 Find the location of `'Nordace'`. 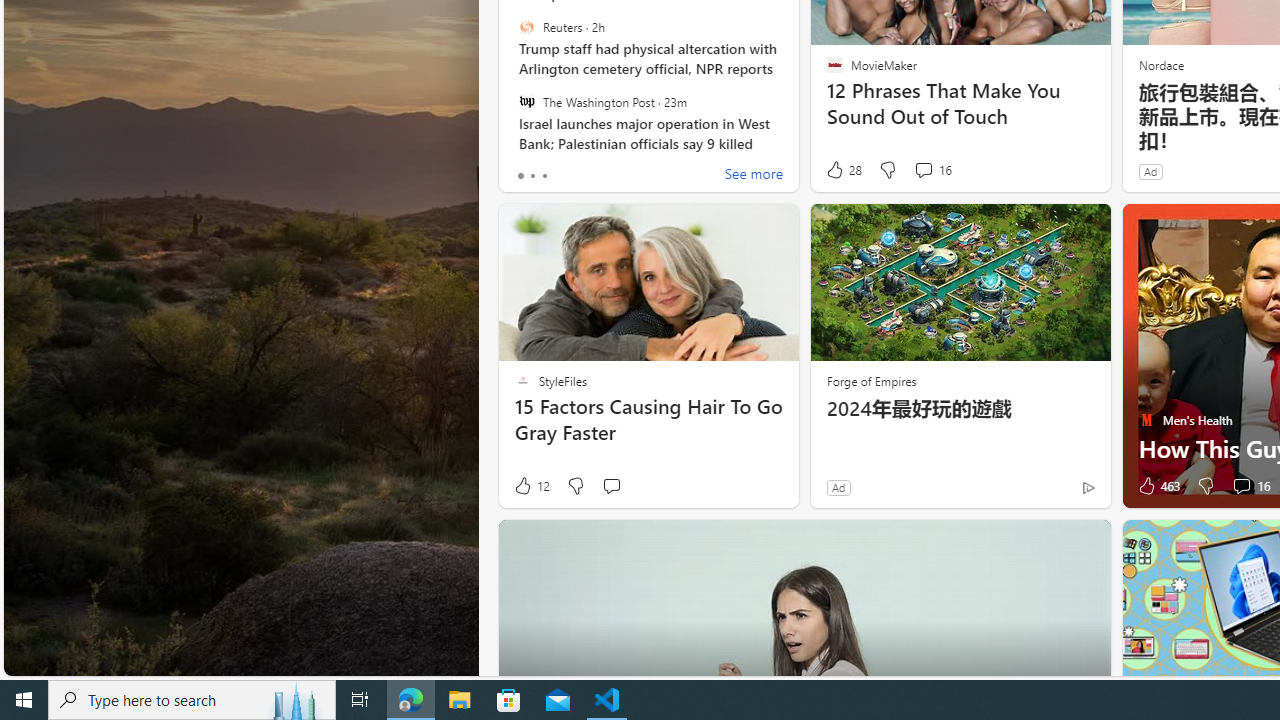

'Nordace' is located at coordinates (1160, 63).